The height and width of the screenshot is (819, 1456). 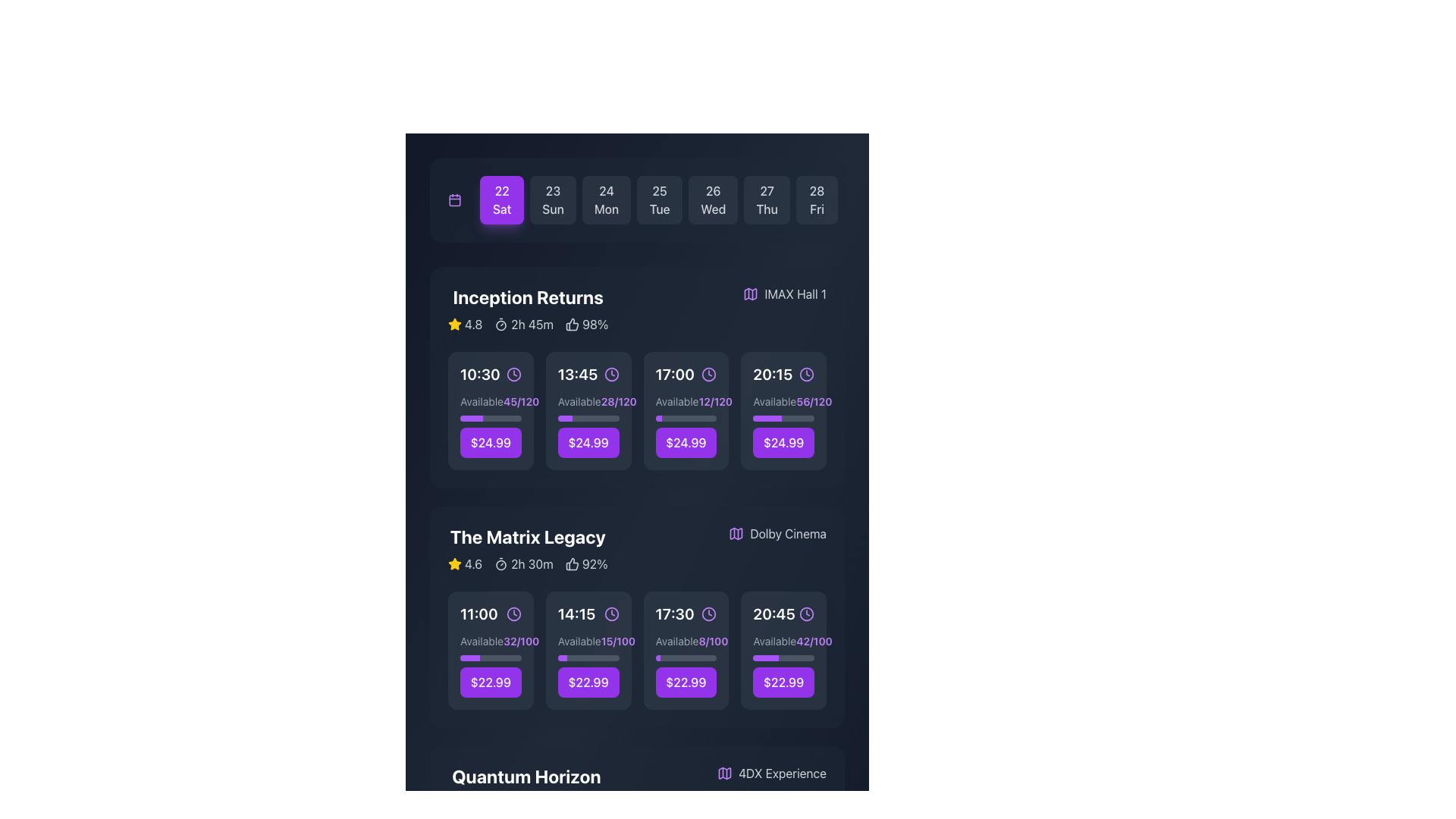 What do you see at coordinates (491, 665) in the screenshot?
I see `the progress bar of the element displaying 'Available32/100' to understand seat availability visually` at bounding box center [491, 665].